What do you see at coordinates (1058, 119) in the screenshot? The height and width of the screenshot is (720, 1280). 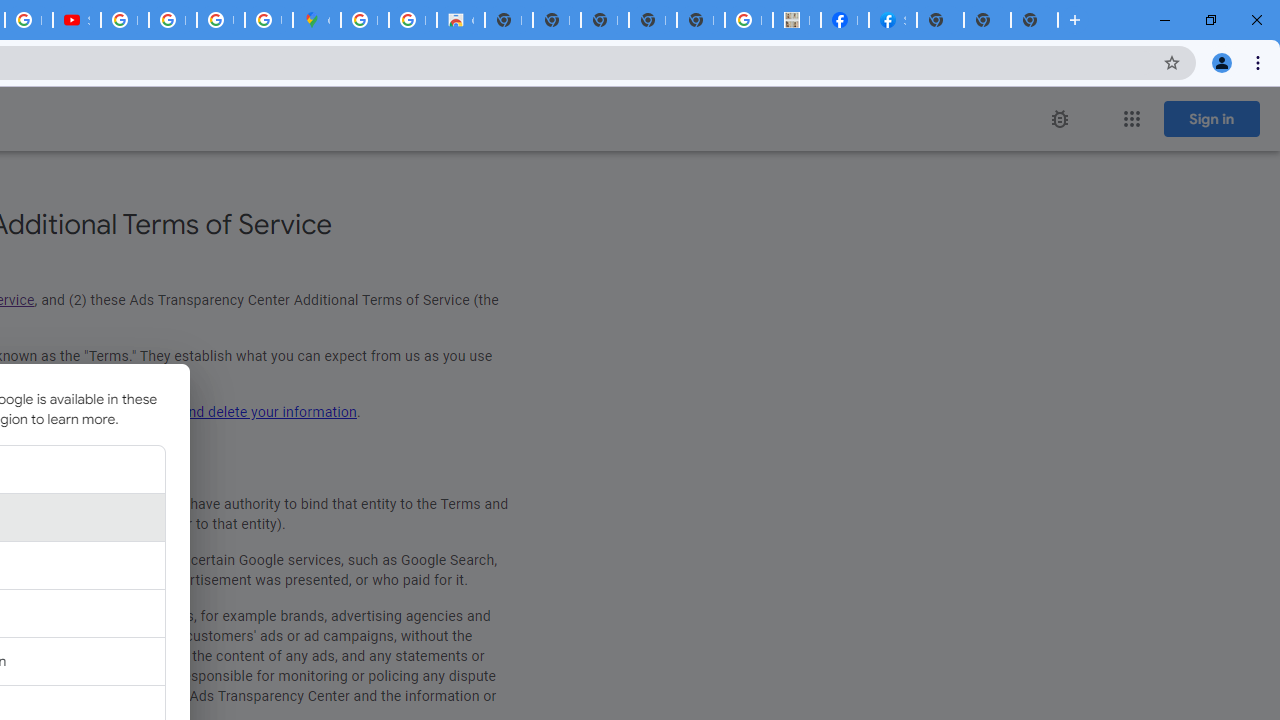 I see `'To get missing image descriptions, open the context menu.'` at bounding box center [1058, 119].